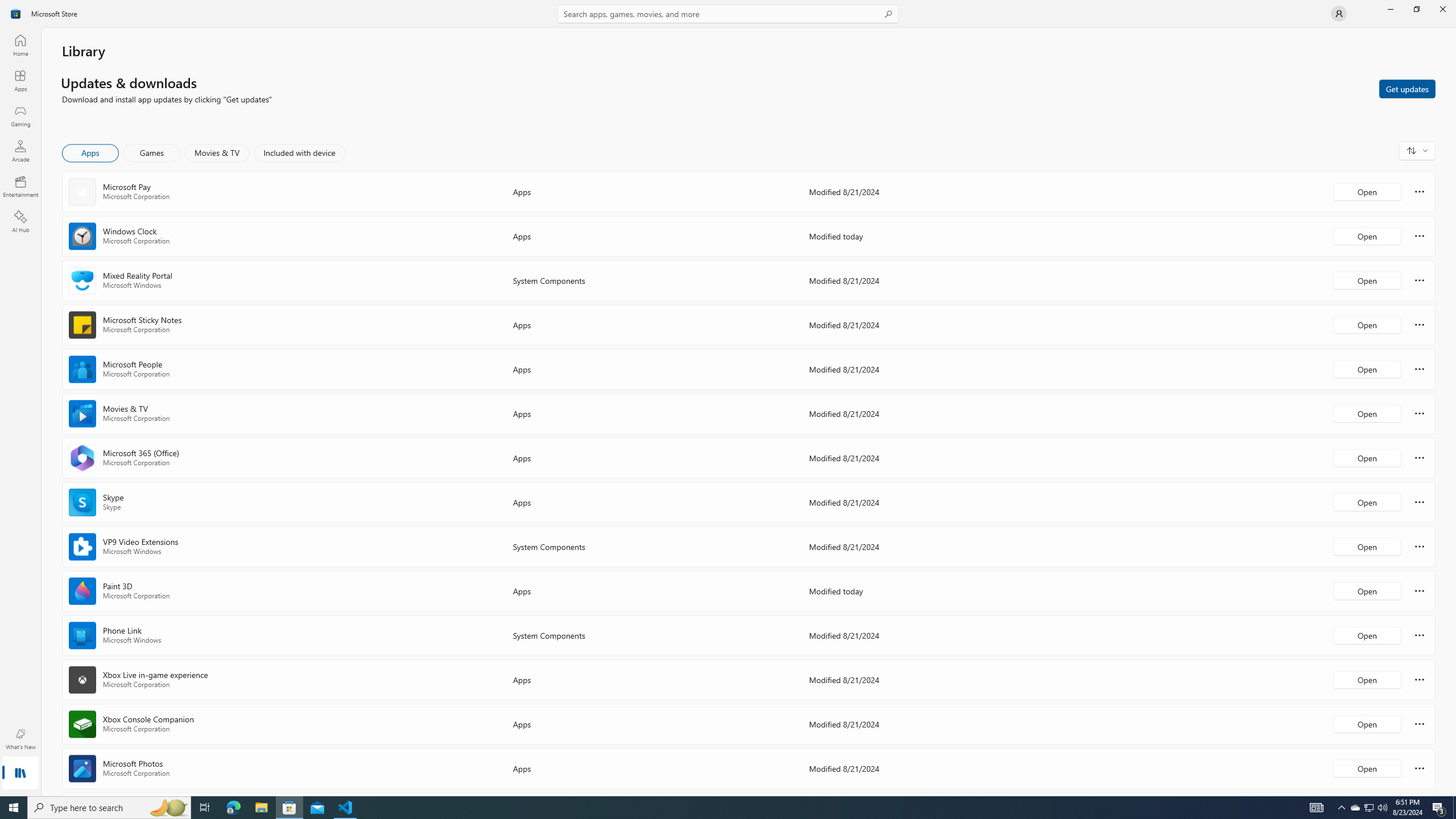 The image size is (1456, 819). I want to click on 'Movies & TV', so click(216, 152).